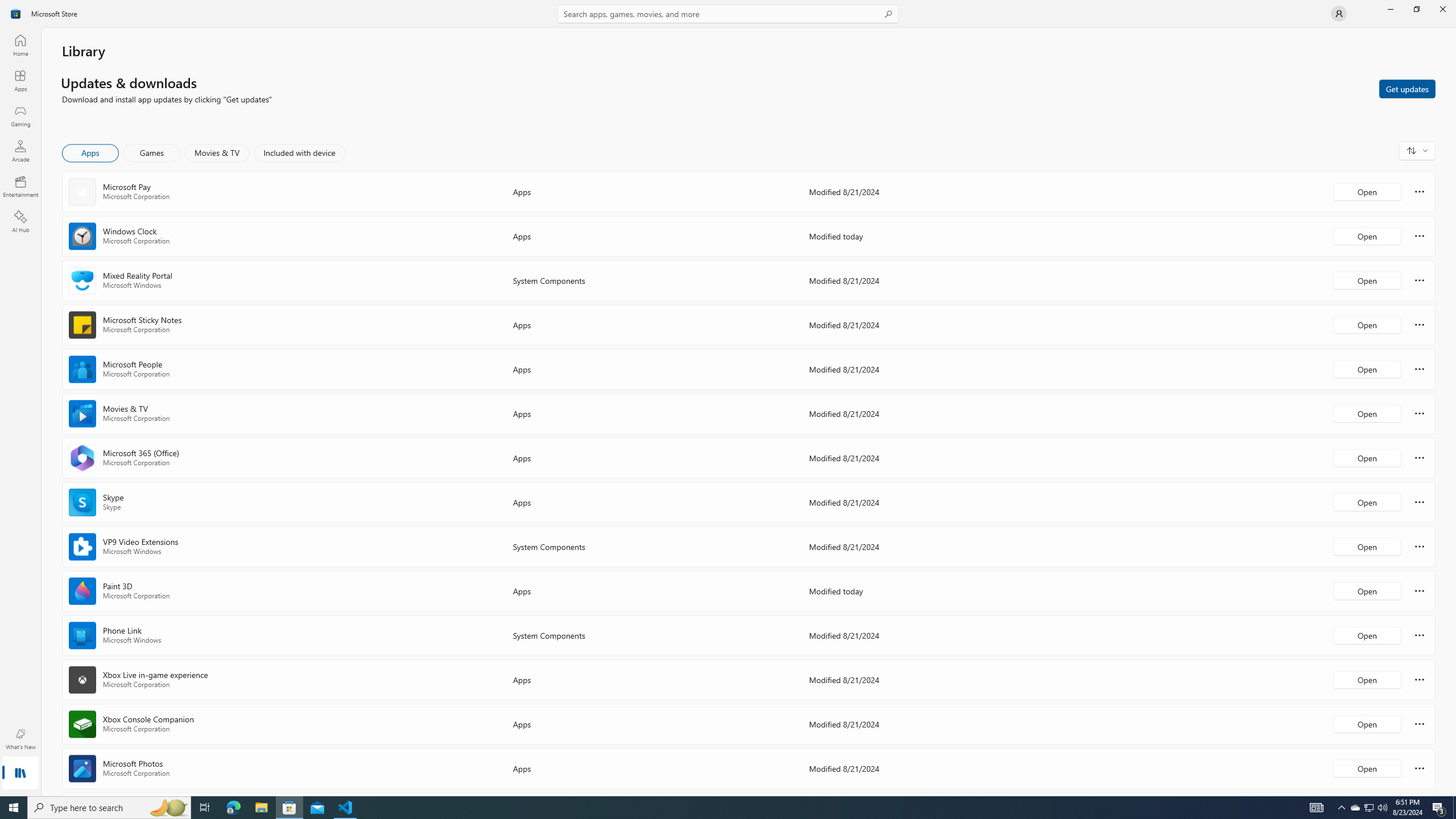 The image size is (1456, 819). I want to click on 'Movies & TV', so click(216, 152).